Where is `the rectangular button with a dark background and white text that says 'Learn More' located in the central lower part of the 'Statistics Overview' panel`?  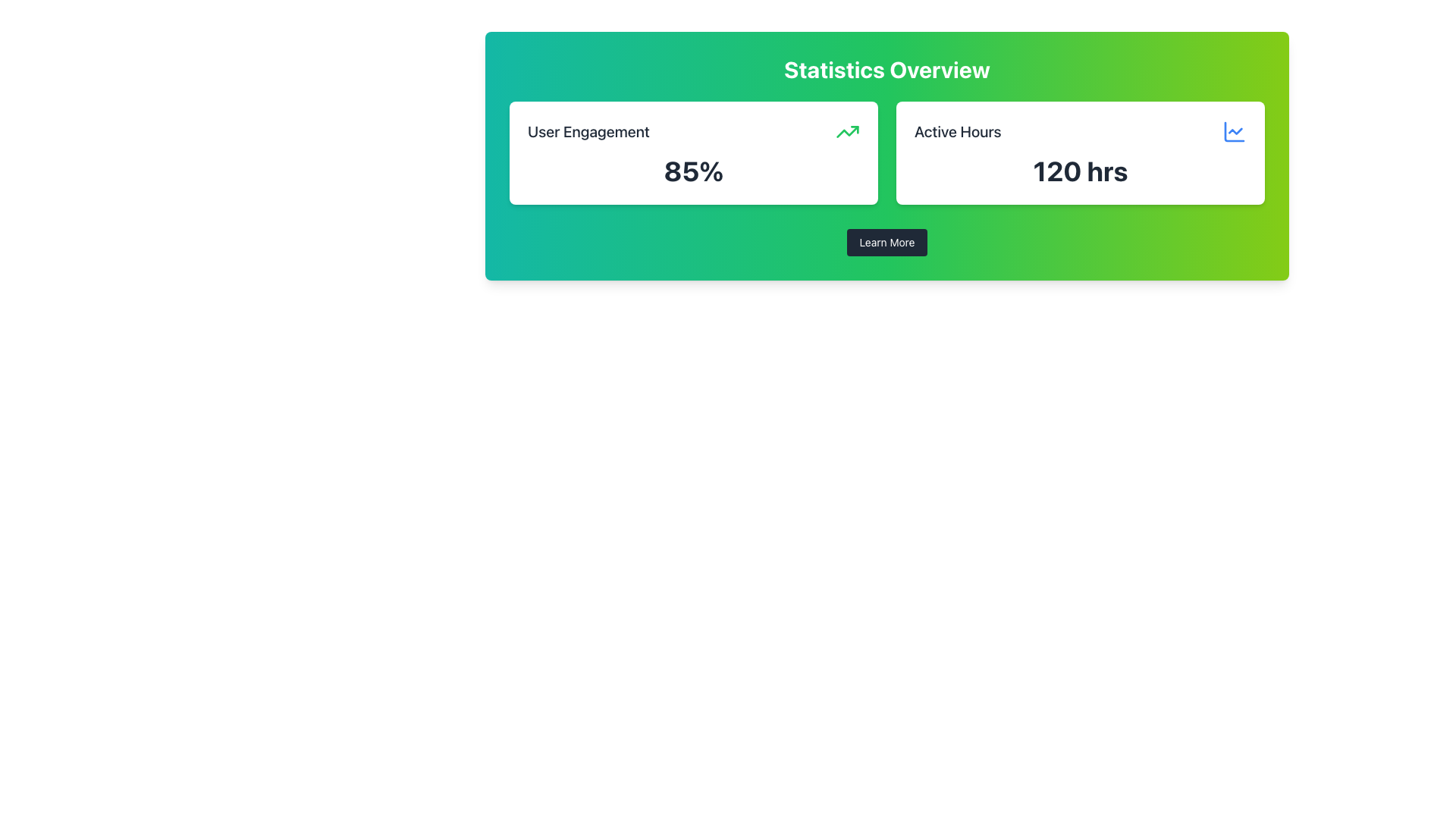
the rectangular button with a dark background and white text that says 'Learn More' located in the central lower part of the 'Statistics Overview' panel is located at coordinates (887, 242).